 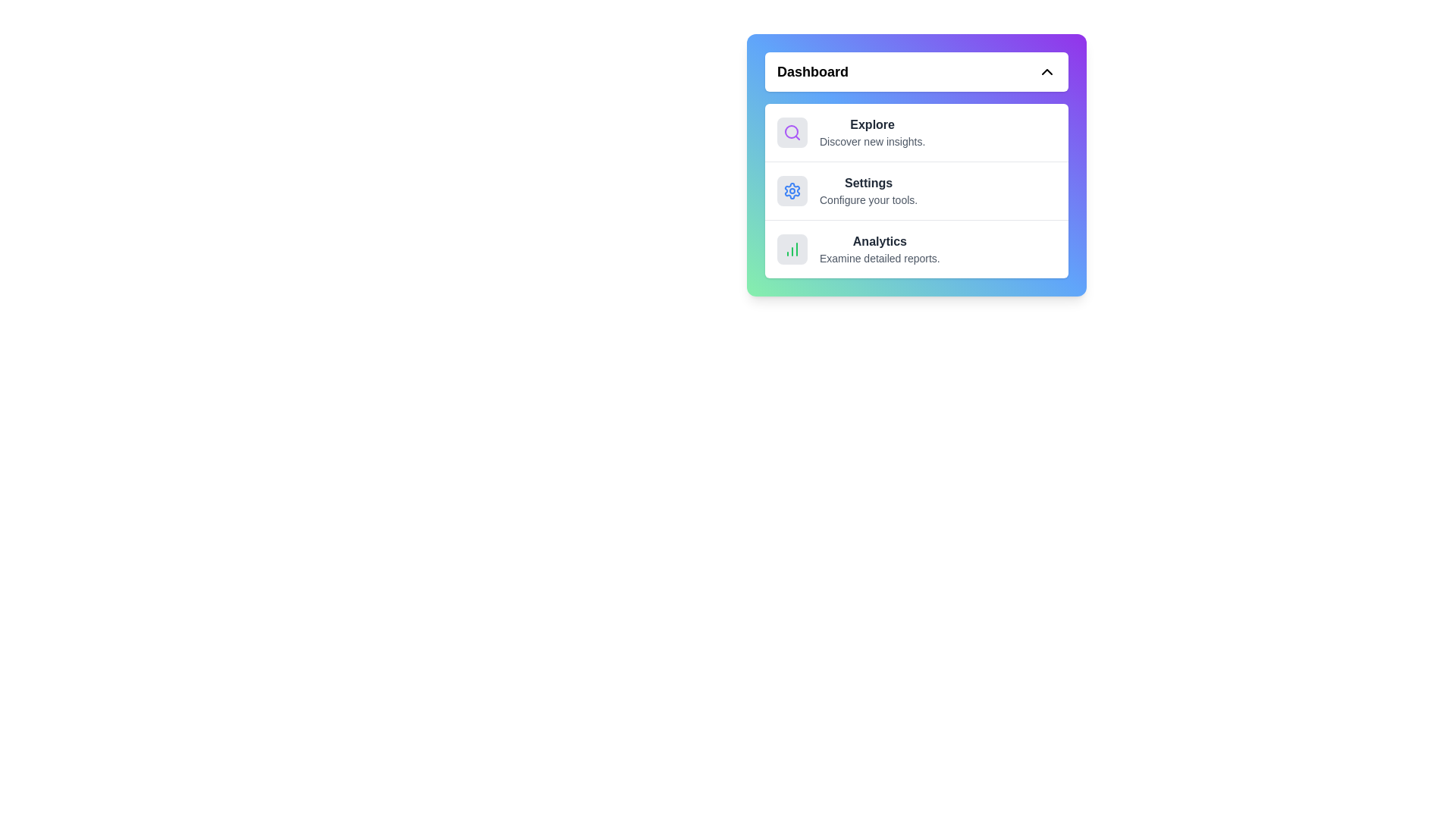 I want to click on the icon corresponding to the menu item Explore, so click(x=792, y=131).